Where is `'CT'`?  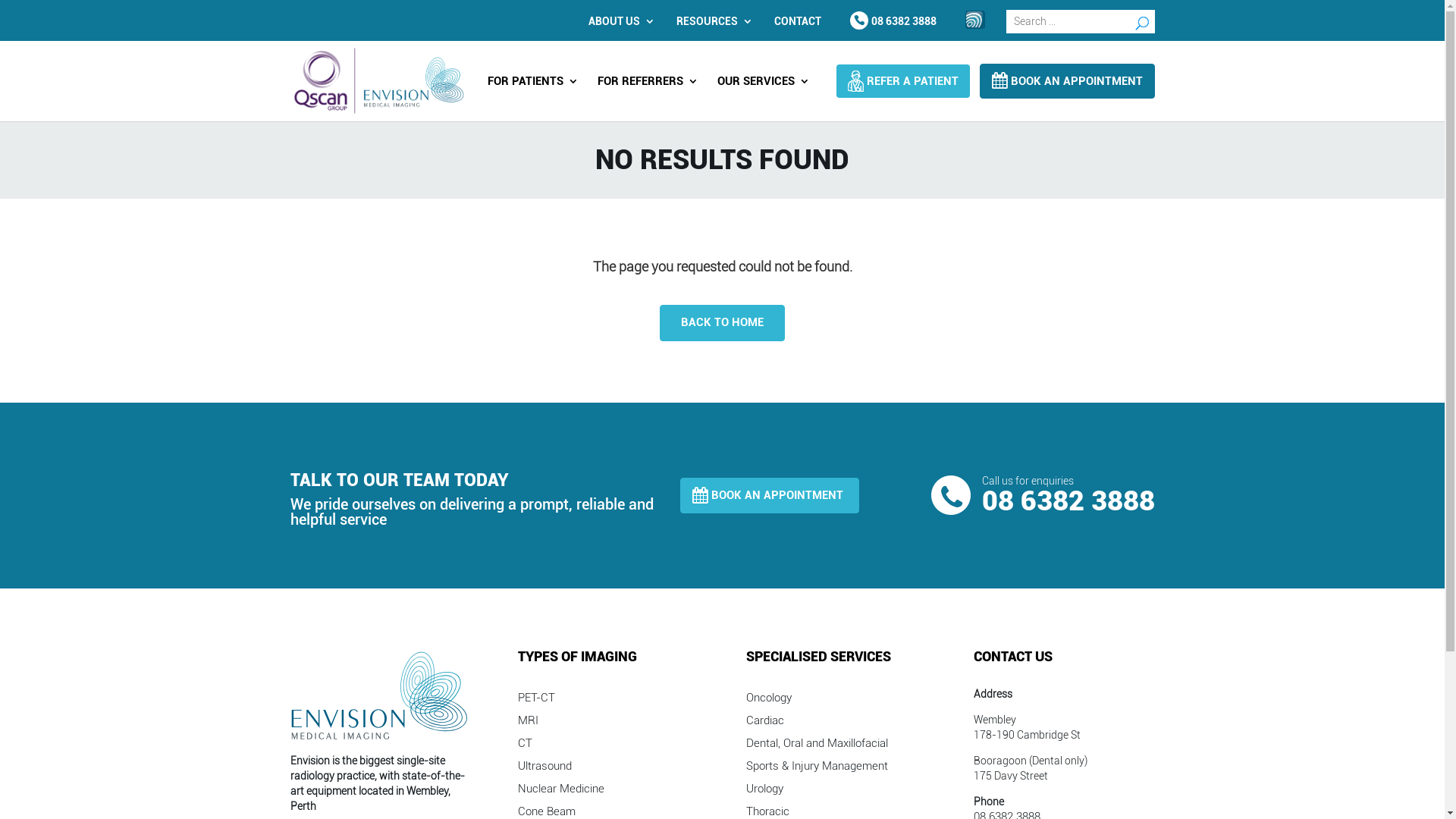
'CT' is located at coordinates (517, 745).